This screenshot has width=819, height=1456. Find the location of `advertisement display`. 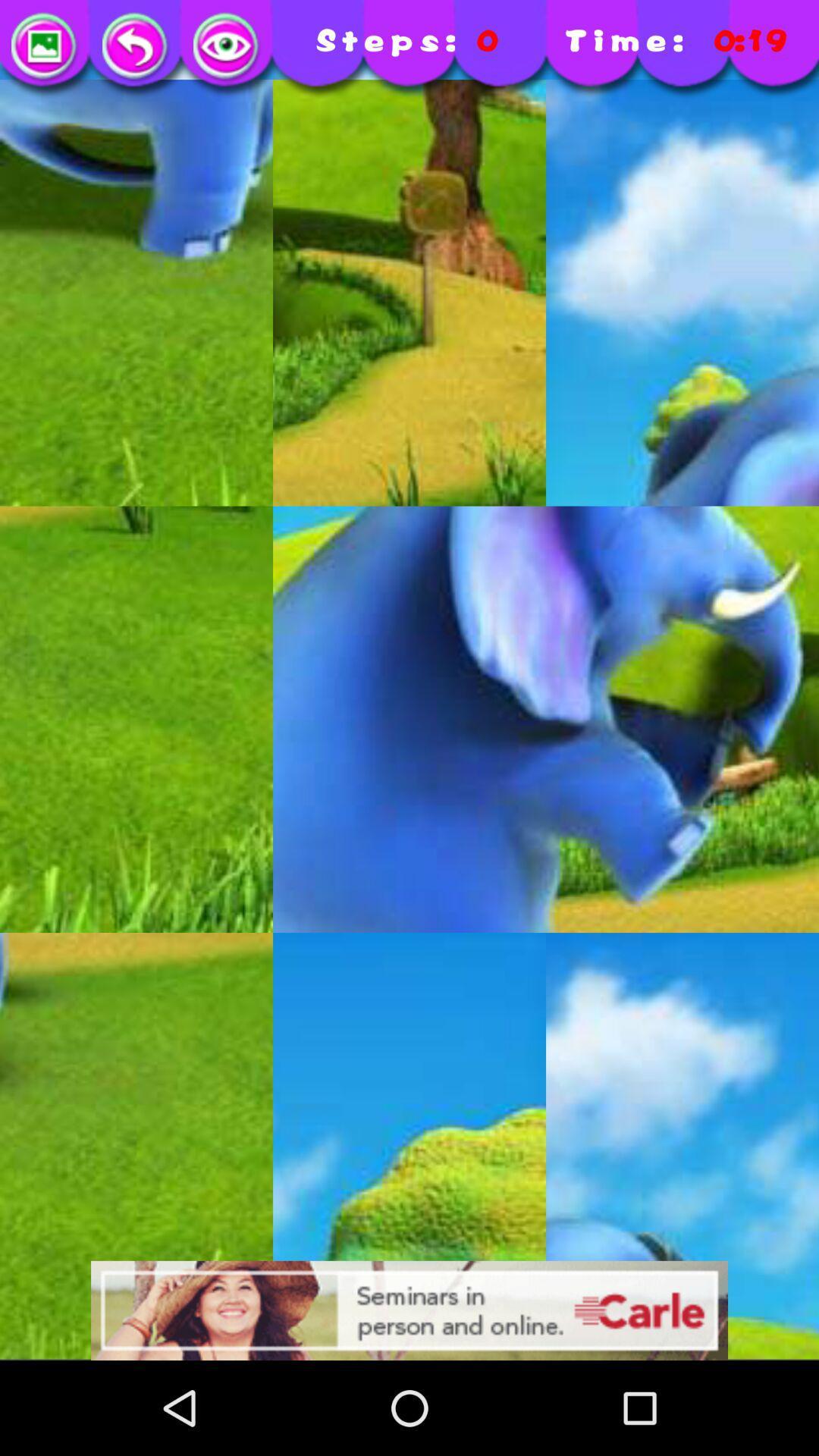

advertisement display is located at coordinates (409, 1310).